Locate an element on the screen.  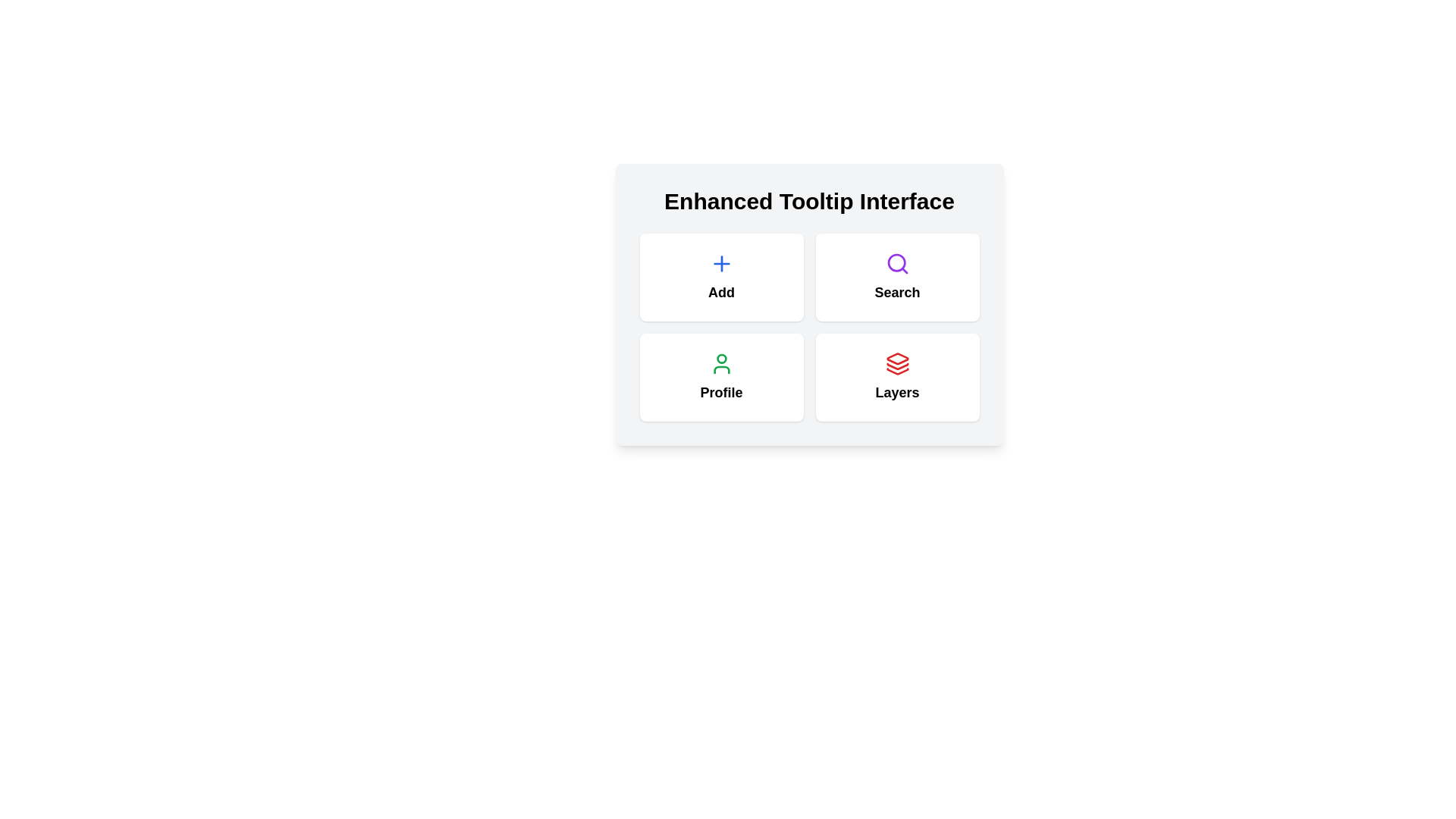
the Decorative icon, which is a red triangular shape located in the Layers section of the grid at the bottom-right corner is located at coordinates (897, 359).